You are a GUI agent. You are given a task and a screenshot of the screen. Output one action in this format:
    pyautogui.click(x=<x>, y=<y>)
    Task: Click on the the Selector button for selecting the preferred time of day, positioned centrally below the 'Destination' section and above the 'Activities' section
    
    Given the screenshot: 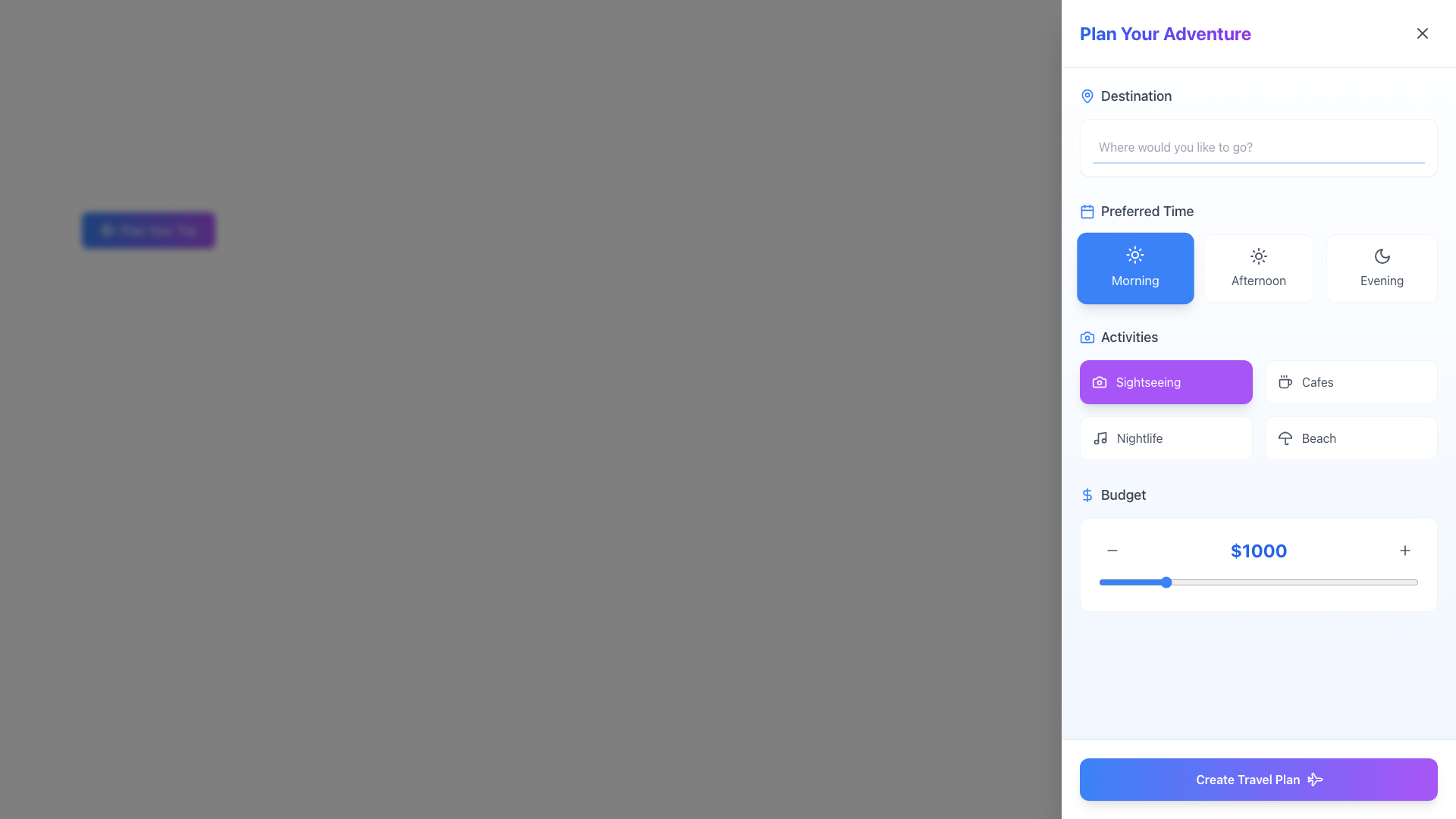 What is the action you would take?
    pyautogui.click(x=1259, y=250)
    